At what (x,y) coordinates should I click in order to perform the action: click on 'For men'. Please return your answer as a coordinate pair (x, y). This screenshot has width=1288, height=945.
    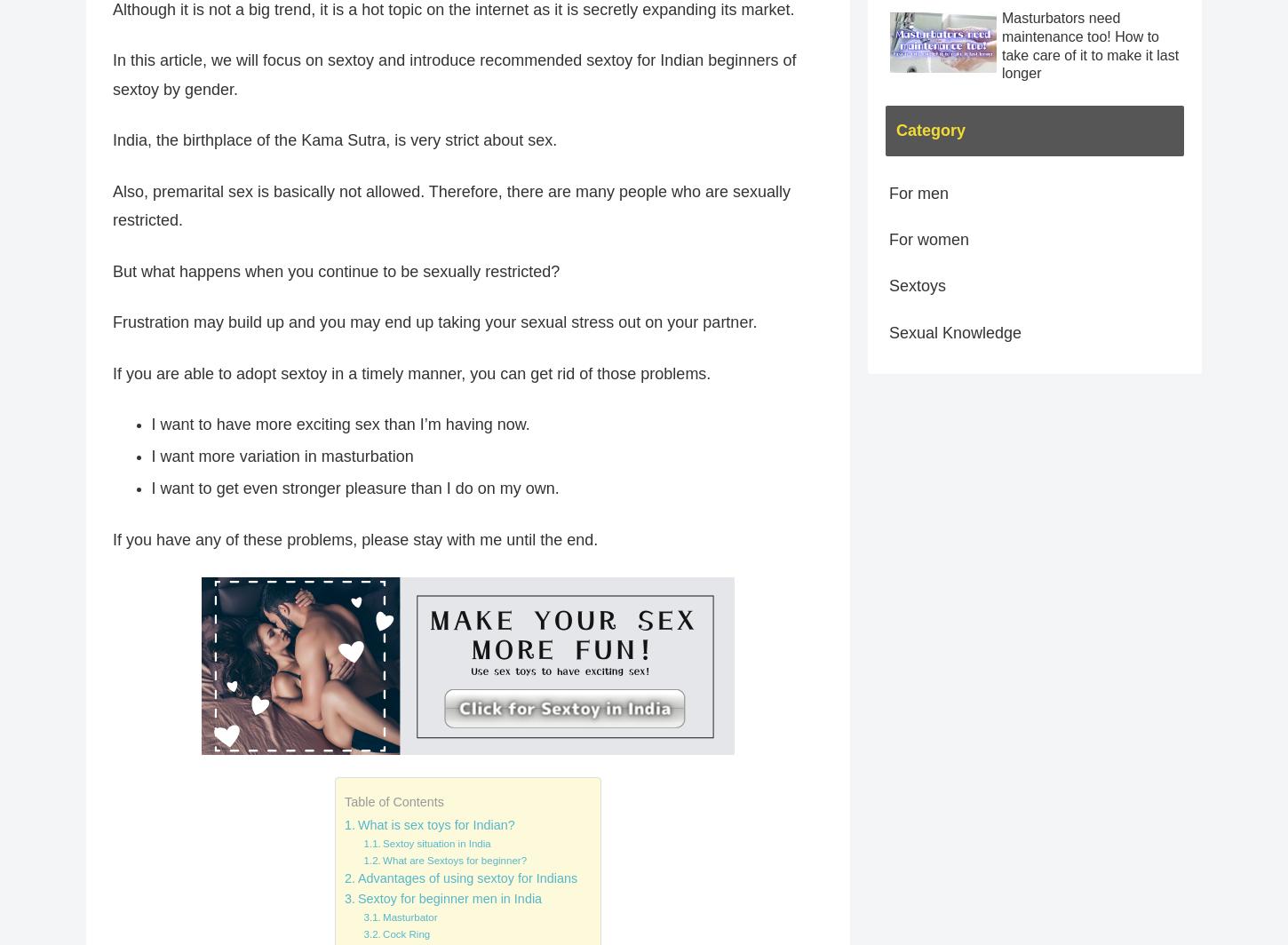
    Looking at the image, I should click on (918, 192).